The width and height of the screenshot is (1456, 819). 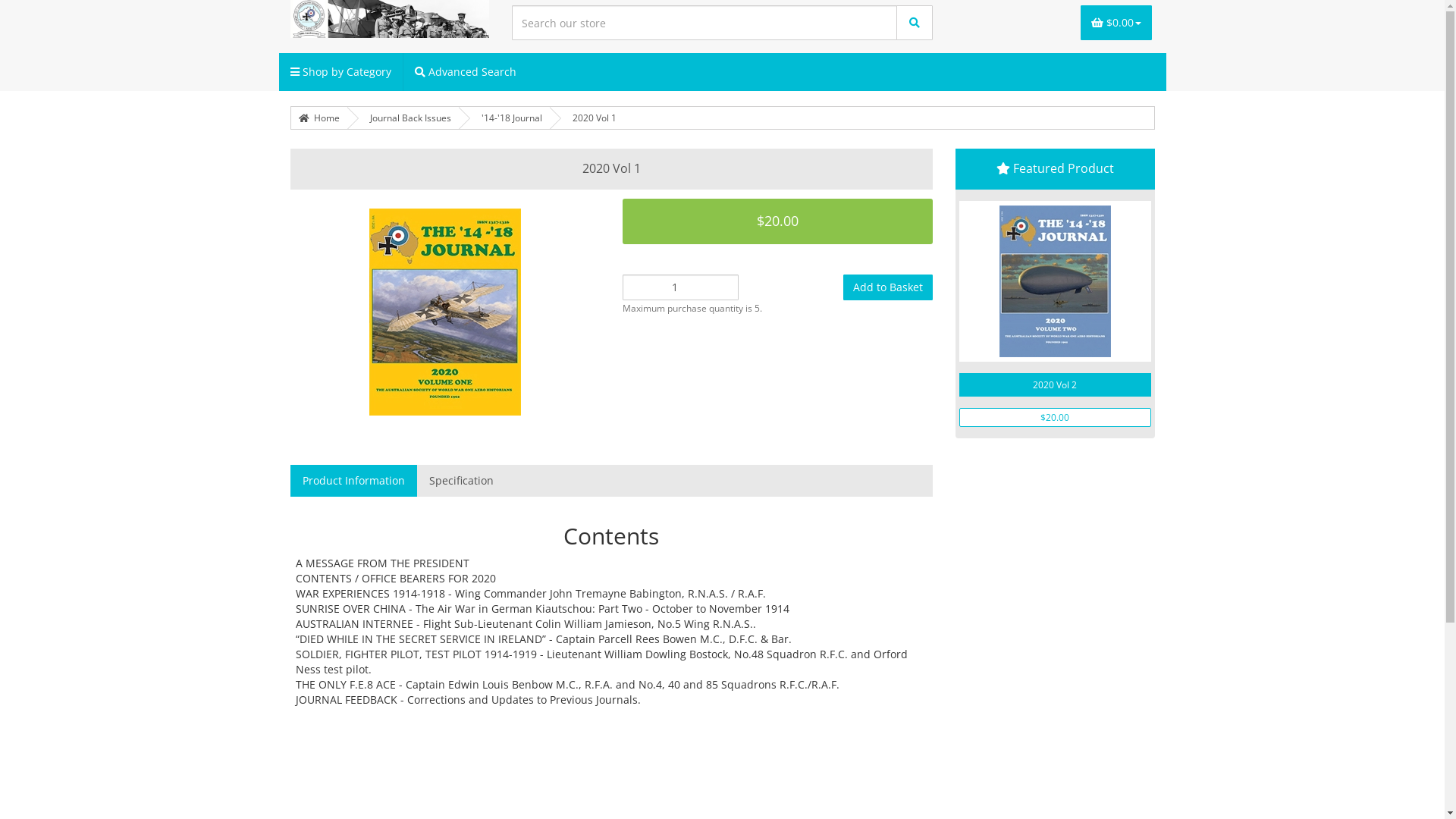 What do you see at coordinates (403, 72) in the screenshot?
I see `'Advanced Search'` at bounding box center [403, 72].